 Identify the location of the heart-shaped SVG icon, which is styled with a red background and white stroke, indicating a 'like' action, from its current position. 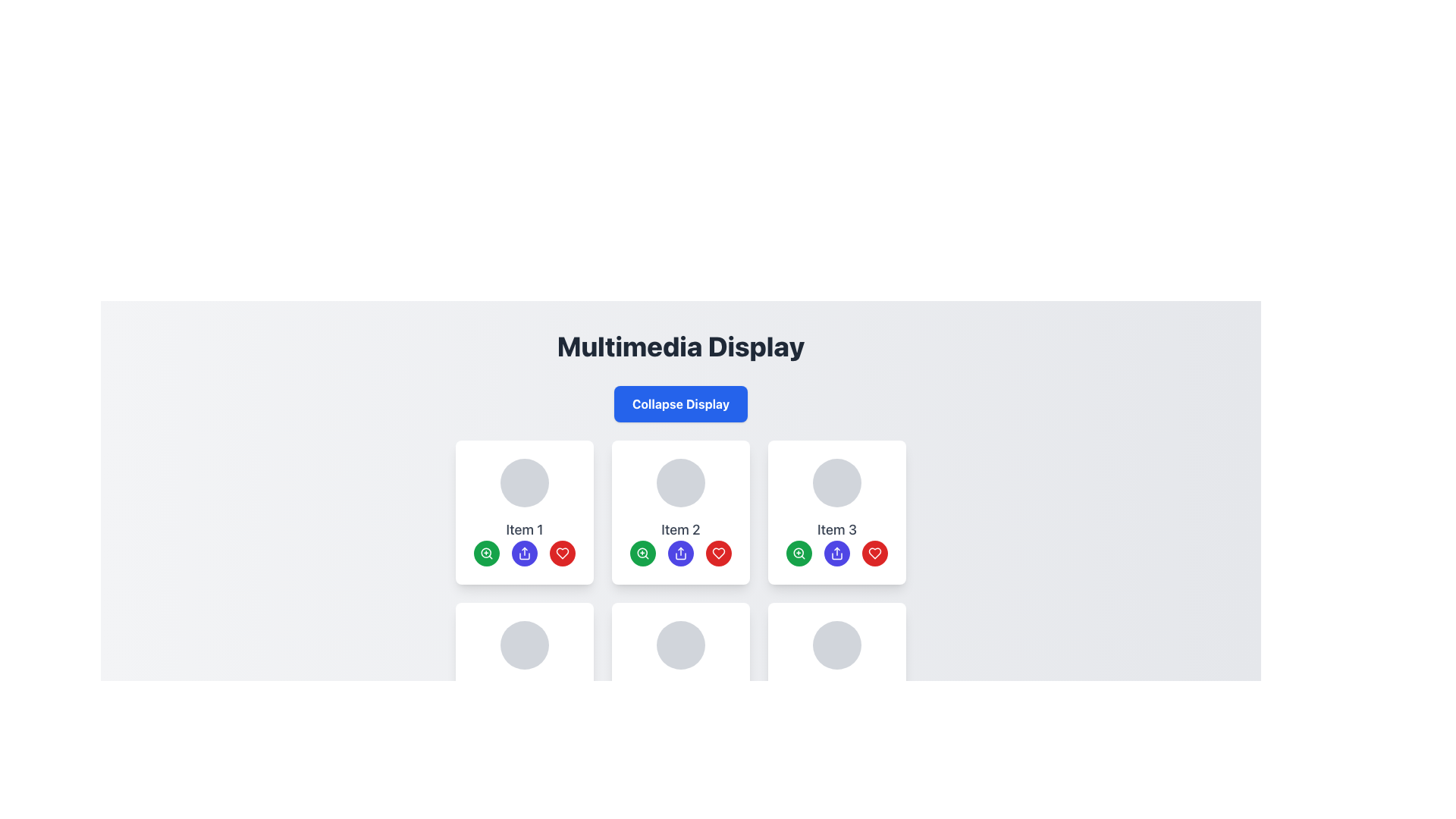
(718, 553).